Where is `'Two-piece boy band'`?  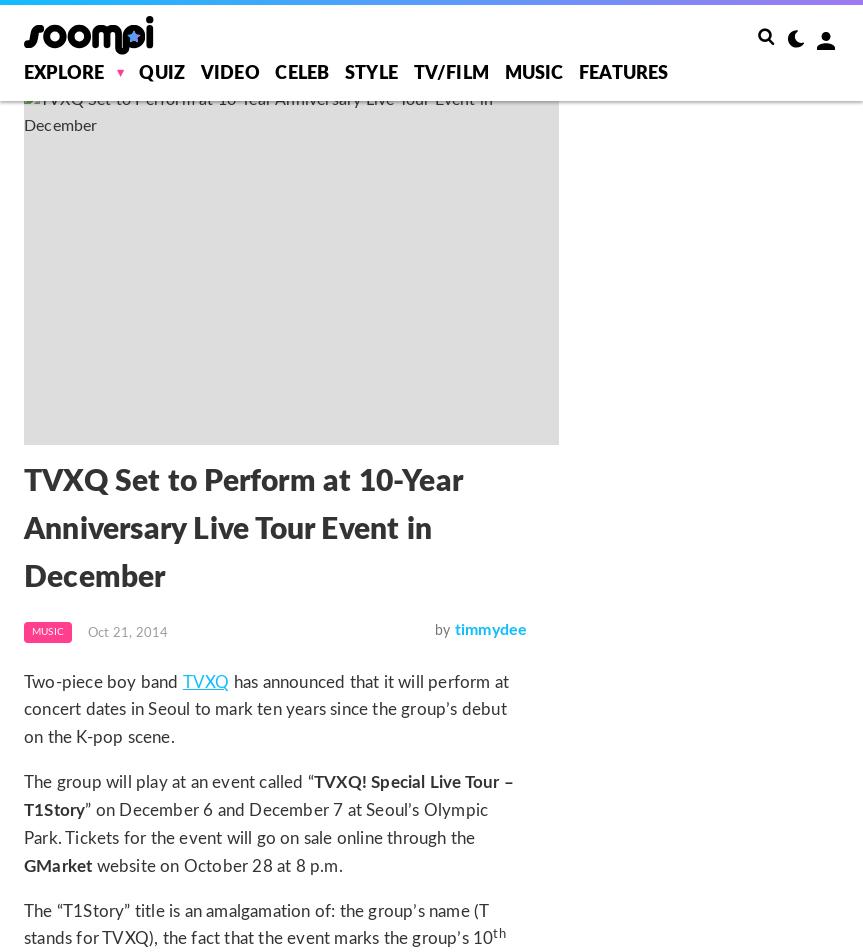 'Two-piece boy band' is located at coordinates (102, 681).